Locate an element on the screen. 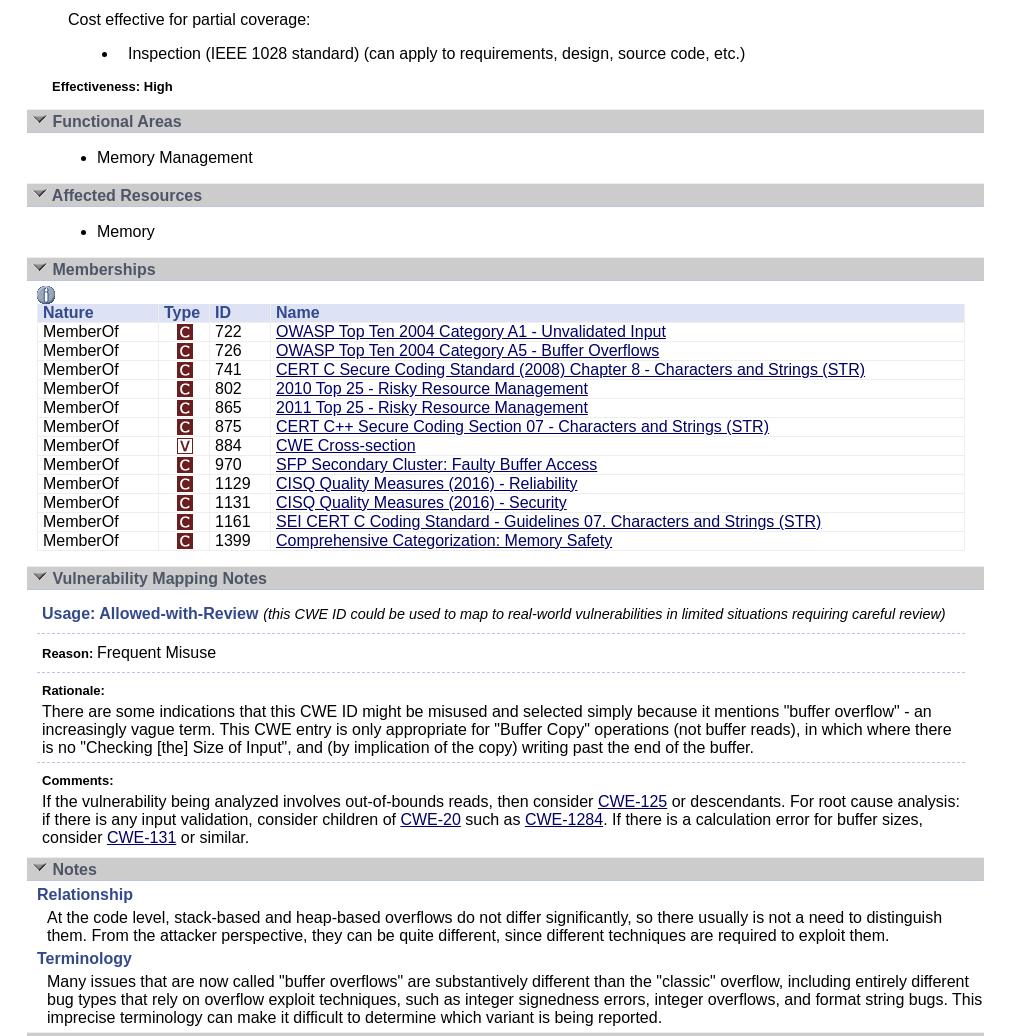 The image size is (1020, 1036). 'SEI CERT C Coding Standard - Guidelines 07. Characters and Strings (STR)' is located at coordinates (275, 521).